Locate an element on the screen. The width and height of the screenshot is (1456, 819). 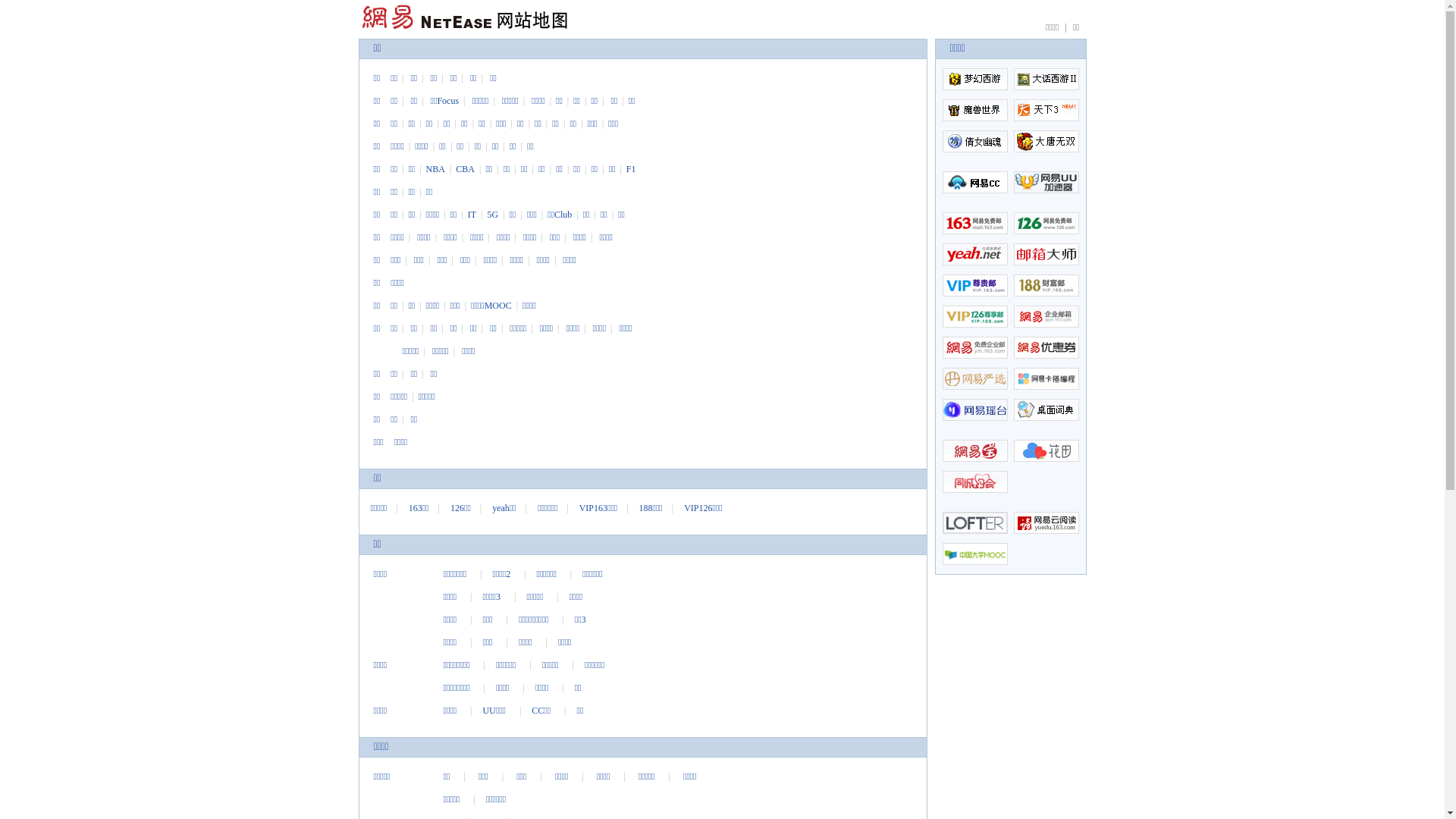
'IT' is located at coordinates (462, 214).